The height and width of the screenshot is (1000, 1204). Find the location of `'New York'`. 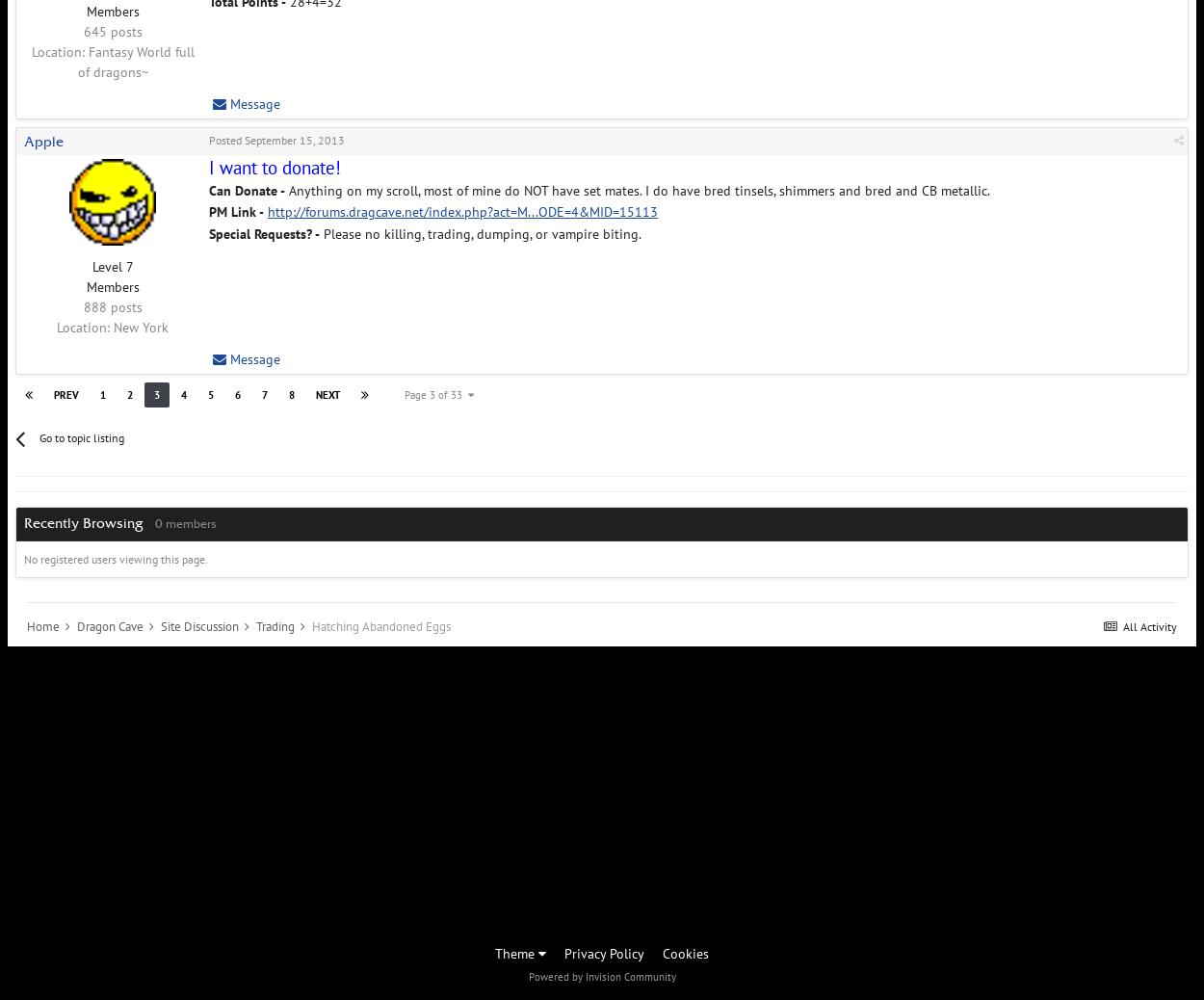

'New York' is located at coordinates (113, 327).